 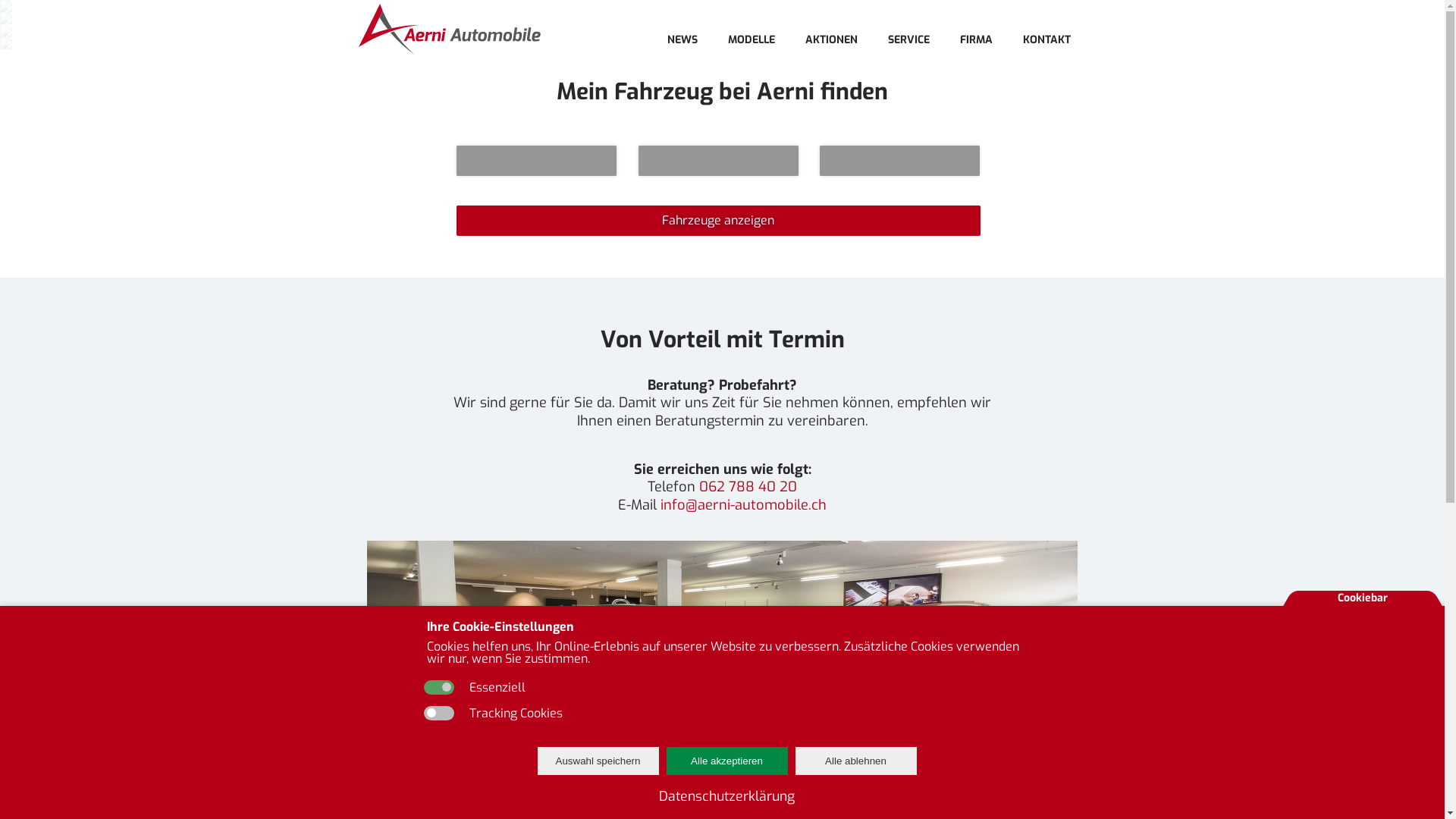 I want to click on 'Alle ablehnen', so click(x=855, y=761).